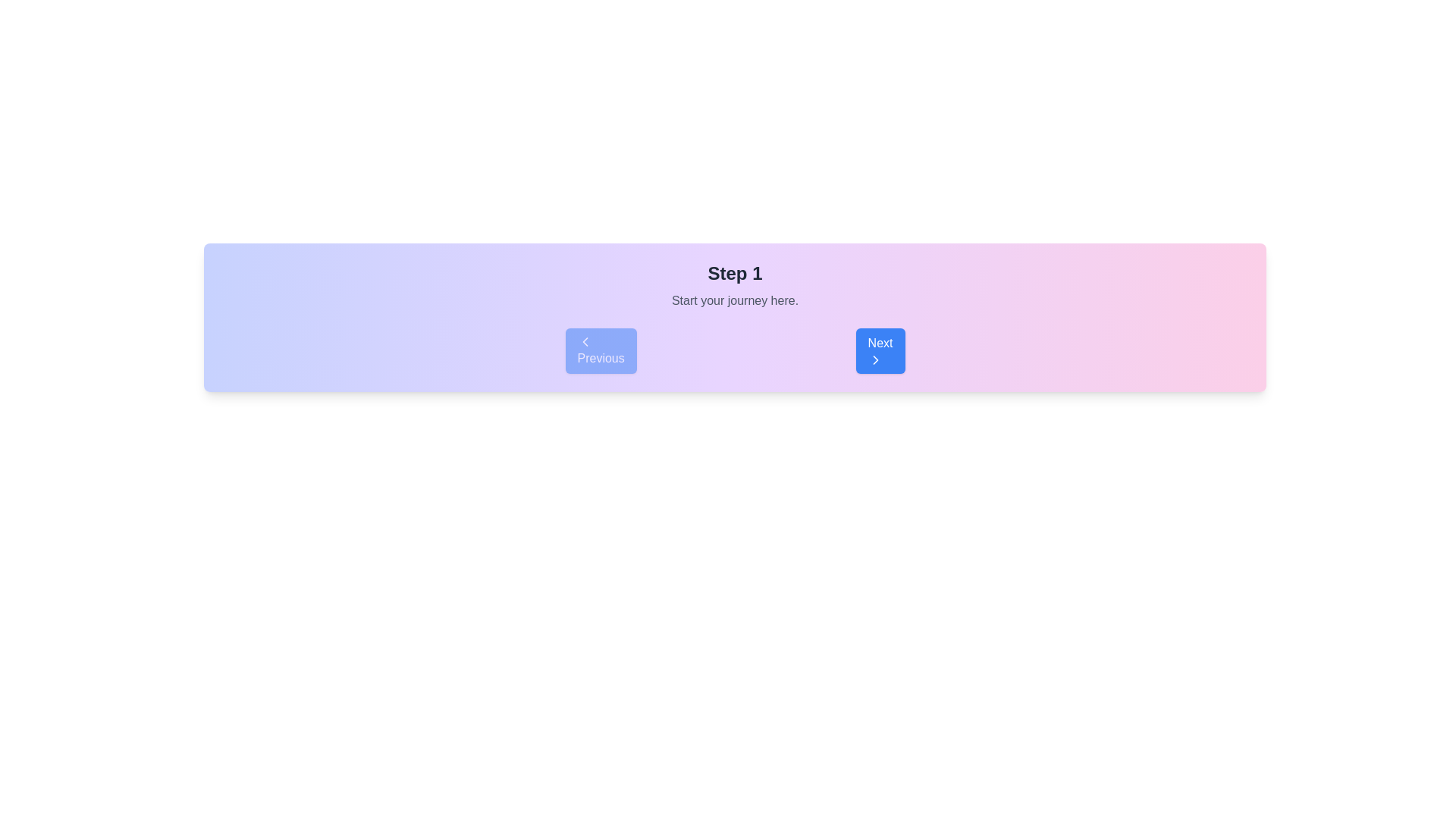  I want to click on the right-pointing arrow icon located inside the 'Next' button, which serves as a visual cue for progression in the UI, so click(875, 359).